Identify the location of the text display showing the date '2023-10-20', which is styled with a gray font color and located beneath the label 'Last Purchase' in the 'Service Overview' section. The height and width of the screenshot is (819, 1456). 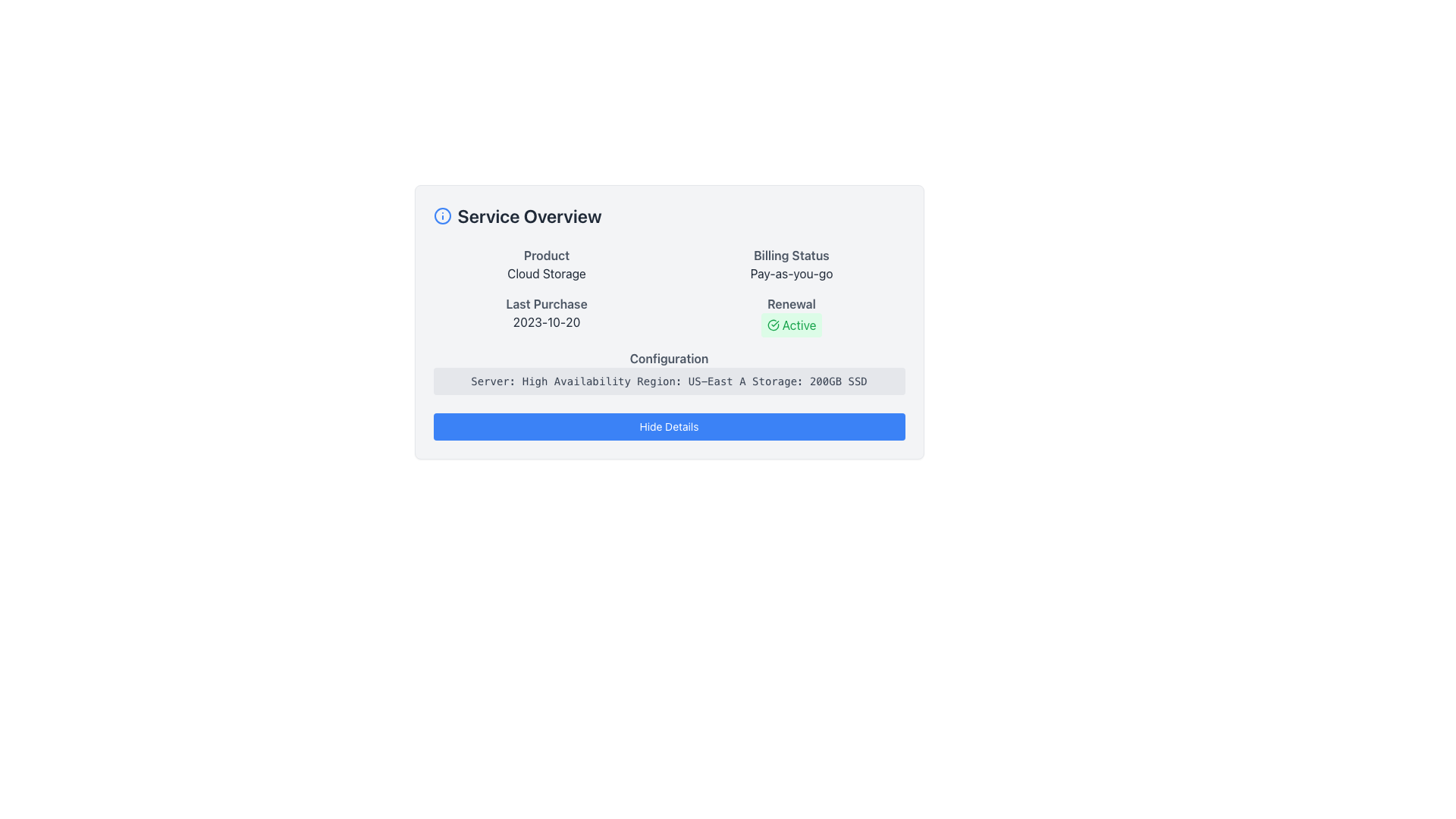
(546, 321).